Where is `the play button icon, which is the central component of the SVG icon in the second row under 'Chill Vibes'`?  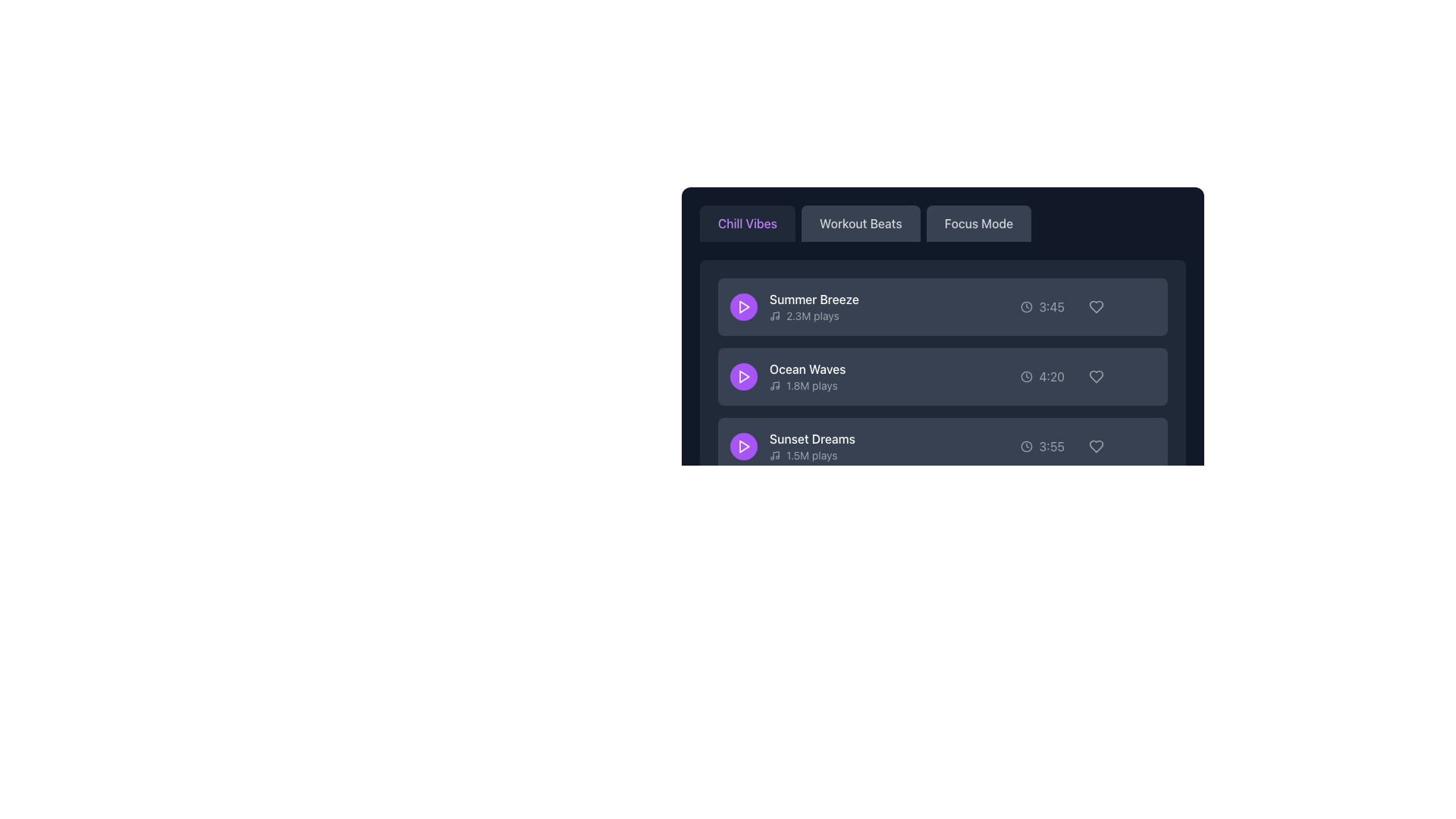 the play button icon, which is the central component of the SVG icon in the second row under 'Chill Vibes' is located at coordinates (744, 376).